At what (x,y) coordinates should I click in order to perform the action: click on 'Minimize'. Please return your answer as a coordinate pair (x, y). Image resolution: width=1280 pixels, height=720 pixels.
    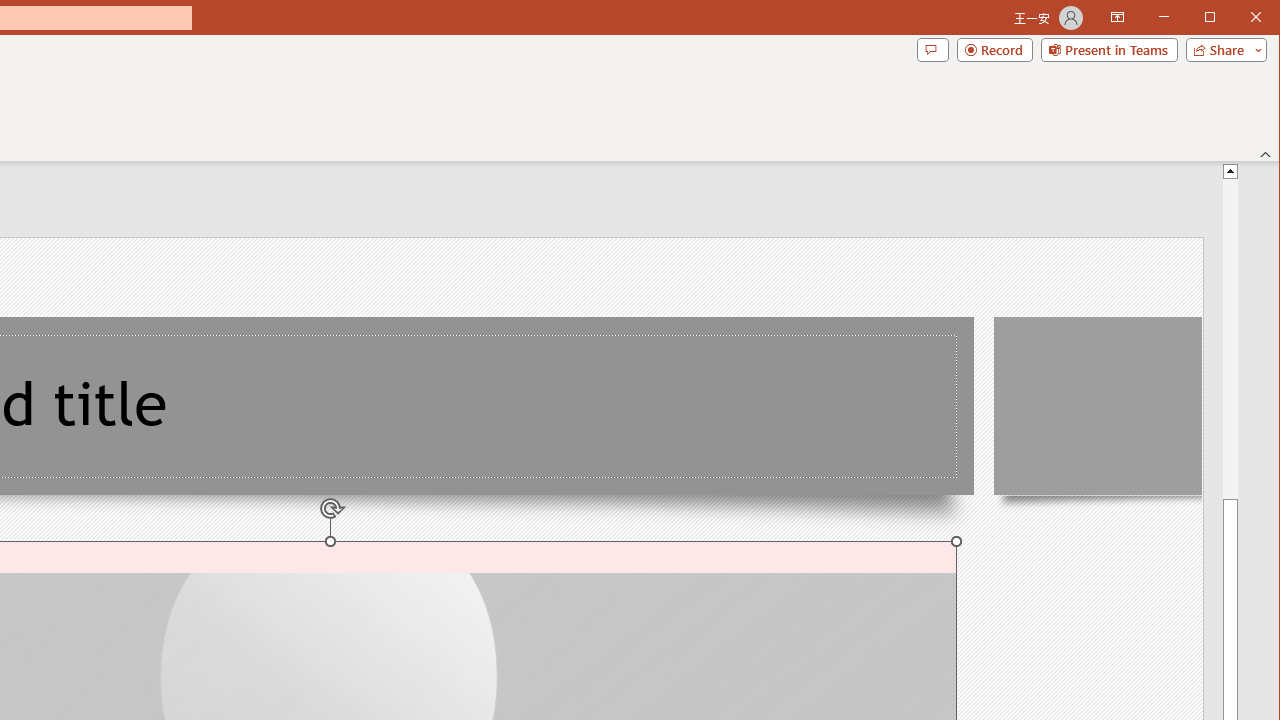
    Looking at the image, I should click on (1215, 19).